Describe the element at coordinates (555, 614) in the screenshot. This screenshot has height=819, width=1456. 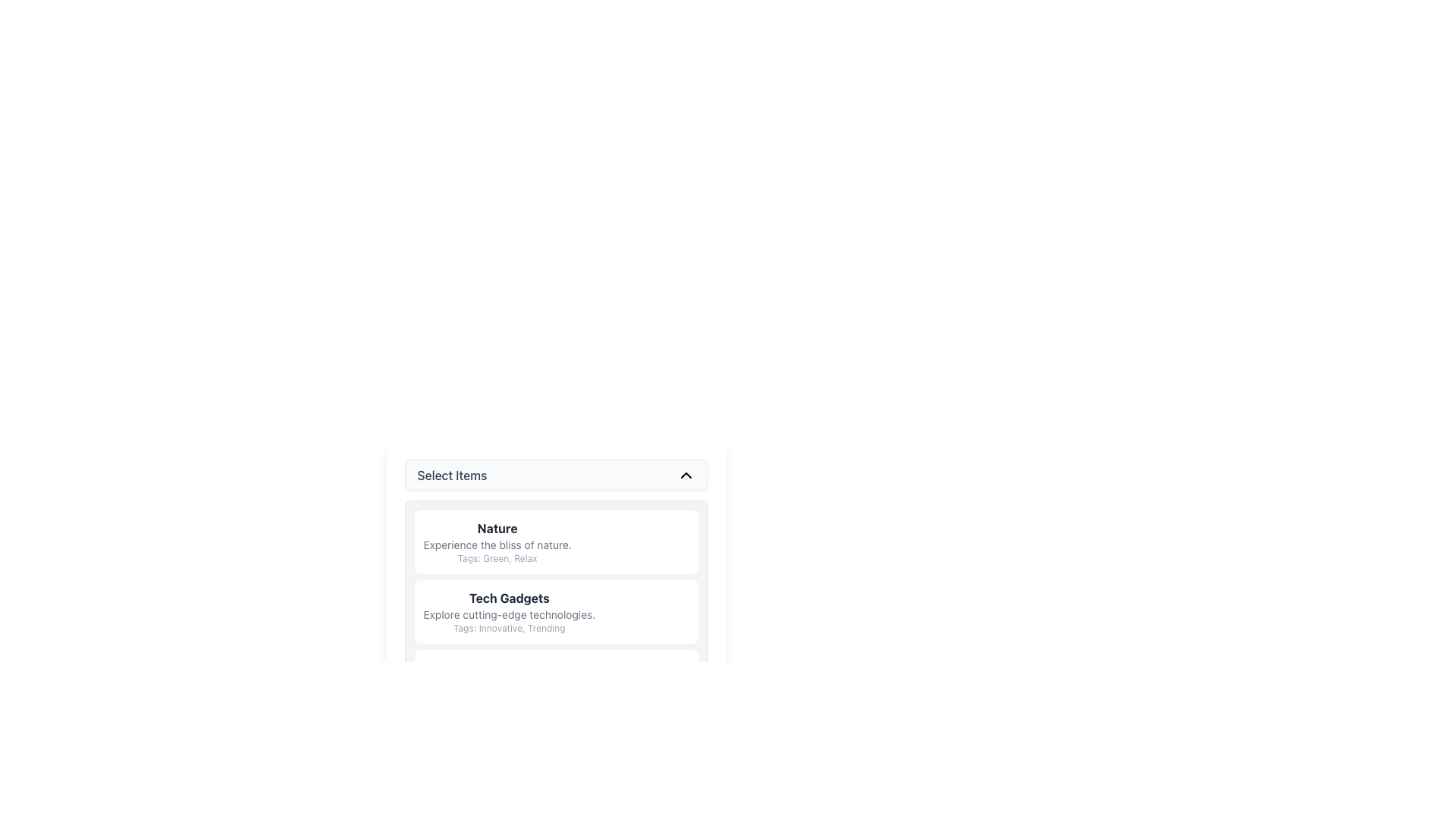
I see `the second text-based list item that describes tech gadgets` at that location.